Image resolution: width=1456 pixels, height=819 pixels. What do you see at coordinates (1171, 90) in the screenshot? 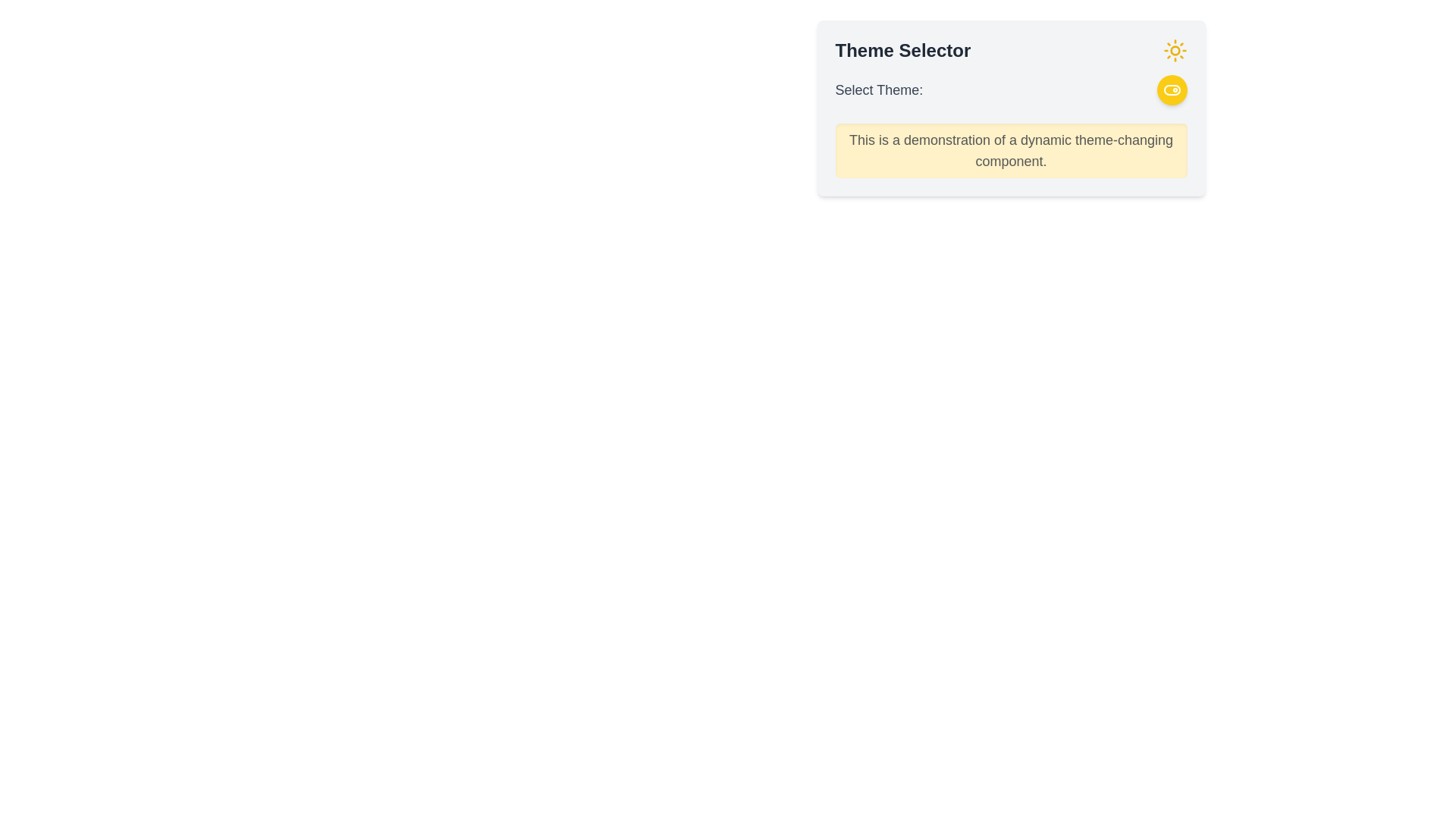
I see `the toggle switch located in the top-right section of the 'Theme Selector' card, which has a yellow background and a circular marker indicating an active state, for additional information` at bounding box center [1171, 90].